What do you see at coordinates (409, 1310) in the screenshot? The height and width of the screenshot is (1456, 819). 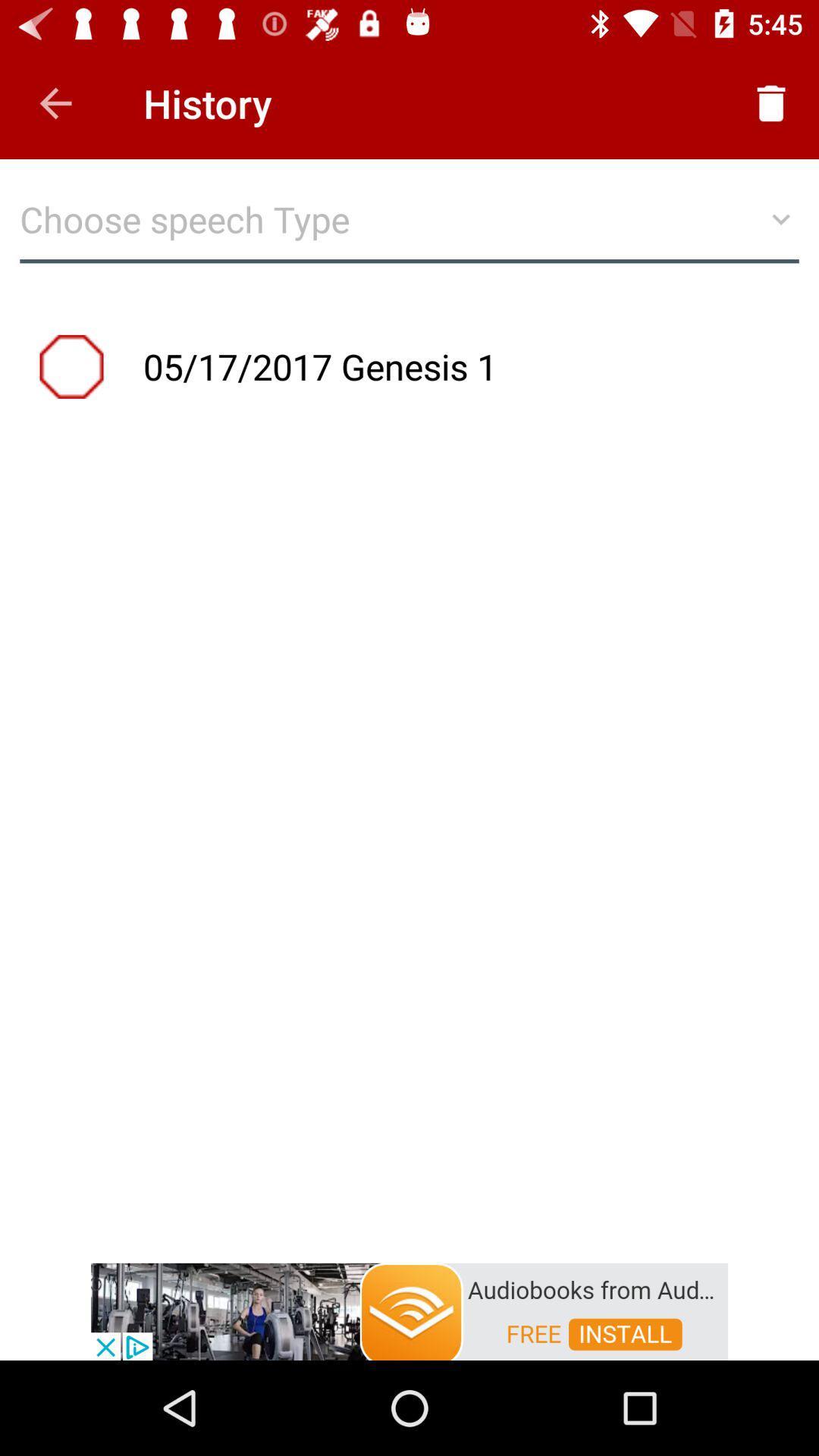 I see `audiobooks app` at bounding box center [409, 1310].